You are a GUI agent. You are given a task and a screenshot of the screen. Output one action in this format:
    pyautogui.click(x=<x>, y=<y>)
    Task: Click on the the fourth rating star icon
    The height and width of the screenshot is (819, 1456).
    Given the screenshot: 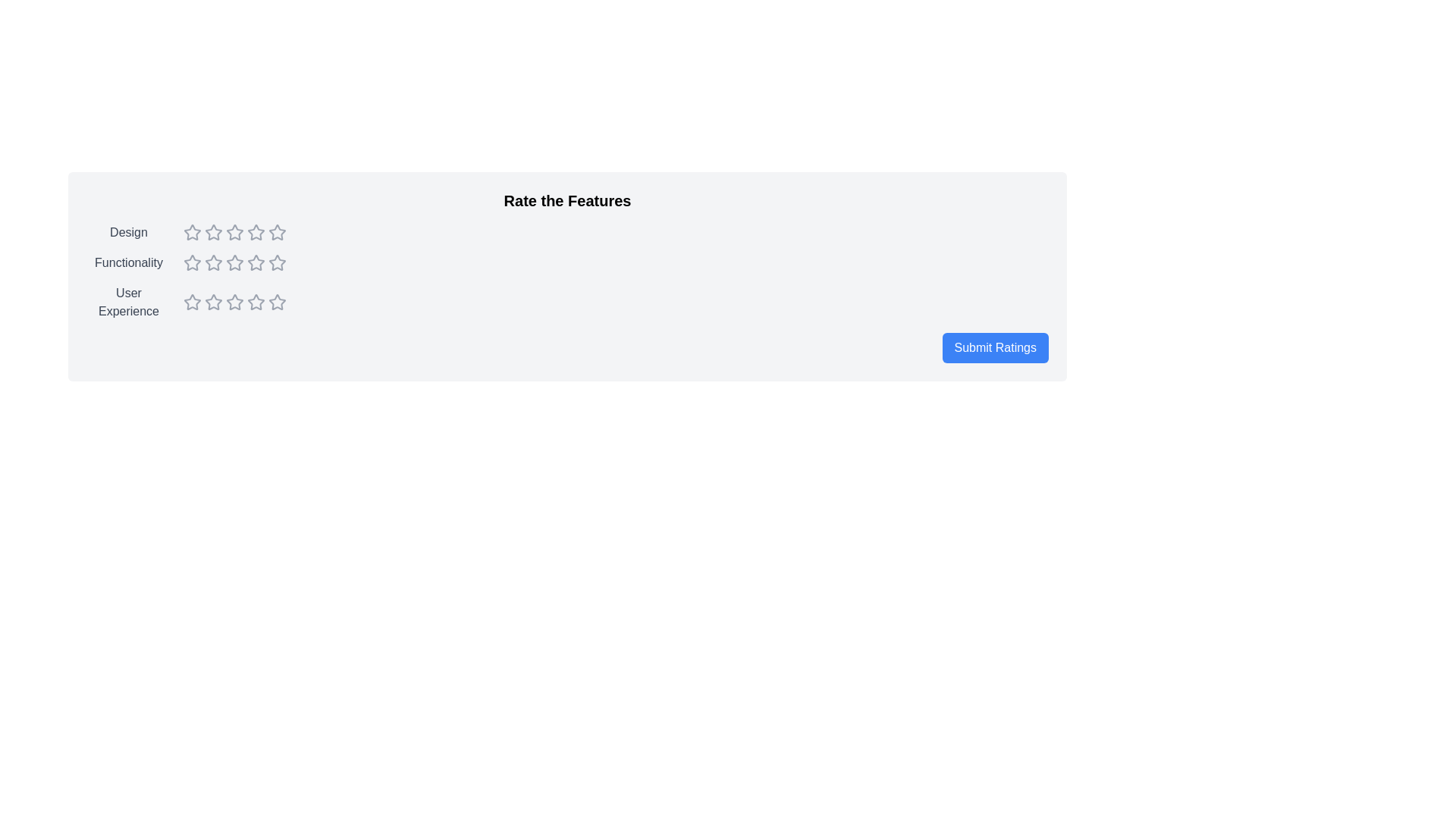 What is the action you would take?
    pyautogui.click(x=234, y=302)
    